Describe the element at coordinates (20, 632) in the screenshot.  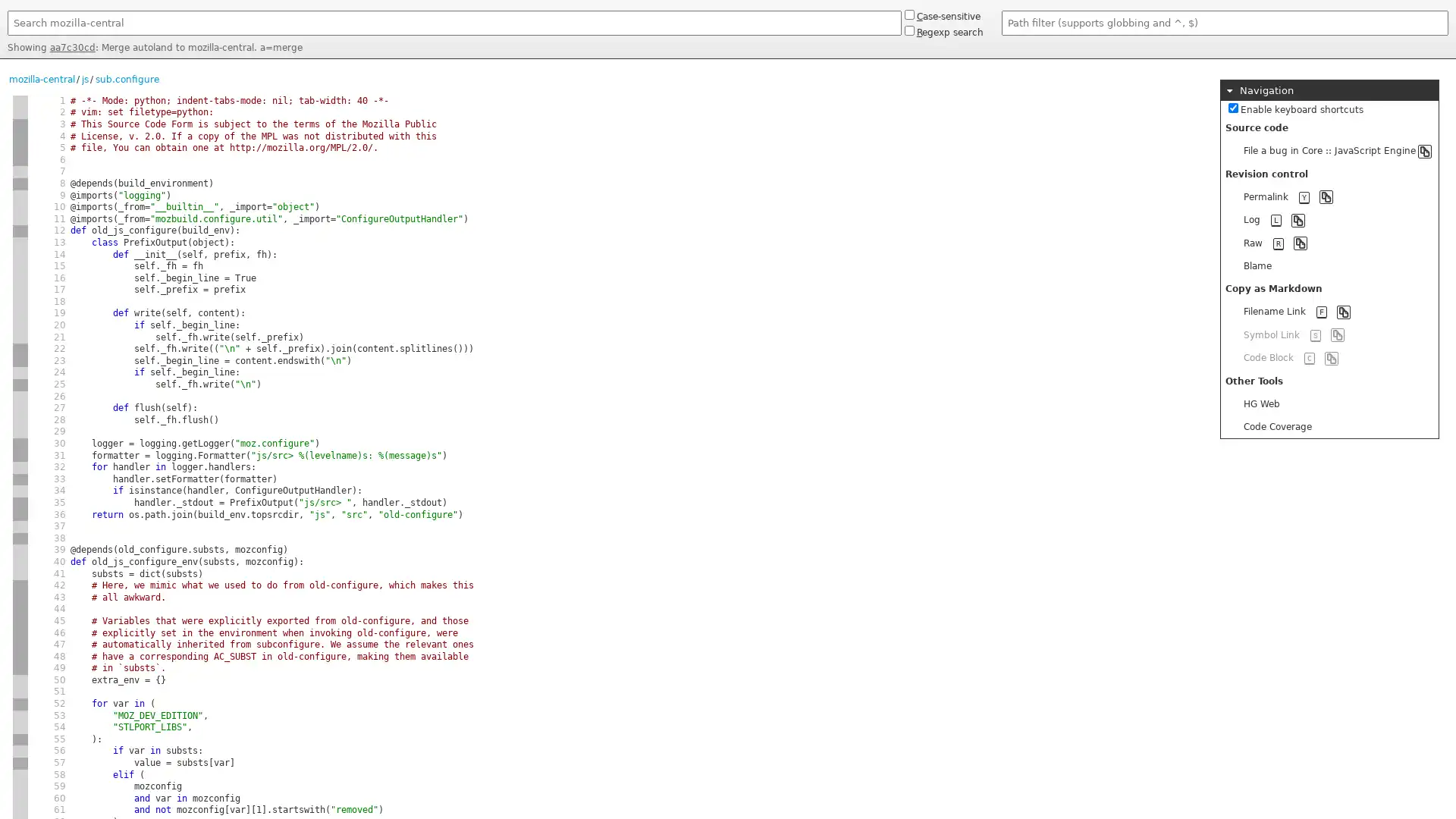
I see `same hash 2` at that location.